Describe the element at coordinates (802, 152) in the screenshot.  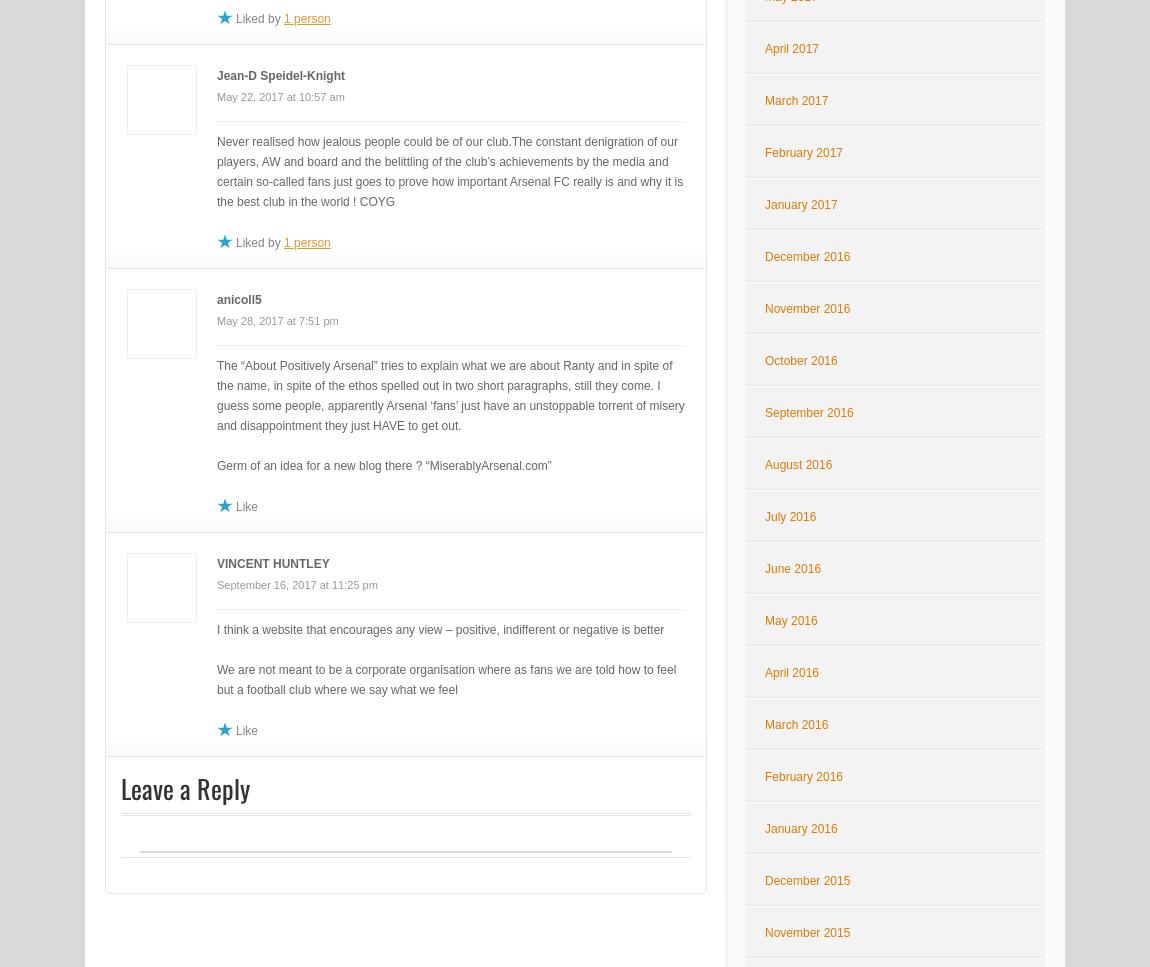
I see `'February 2017'` at that location.